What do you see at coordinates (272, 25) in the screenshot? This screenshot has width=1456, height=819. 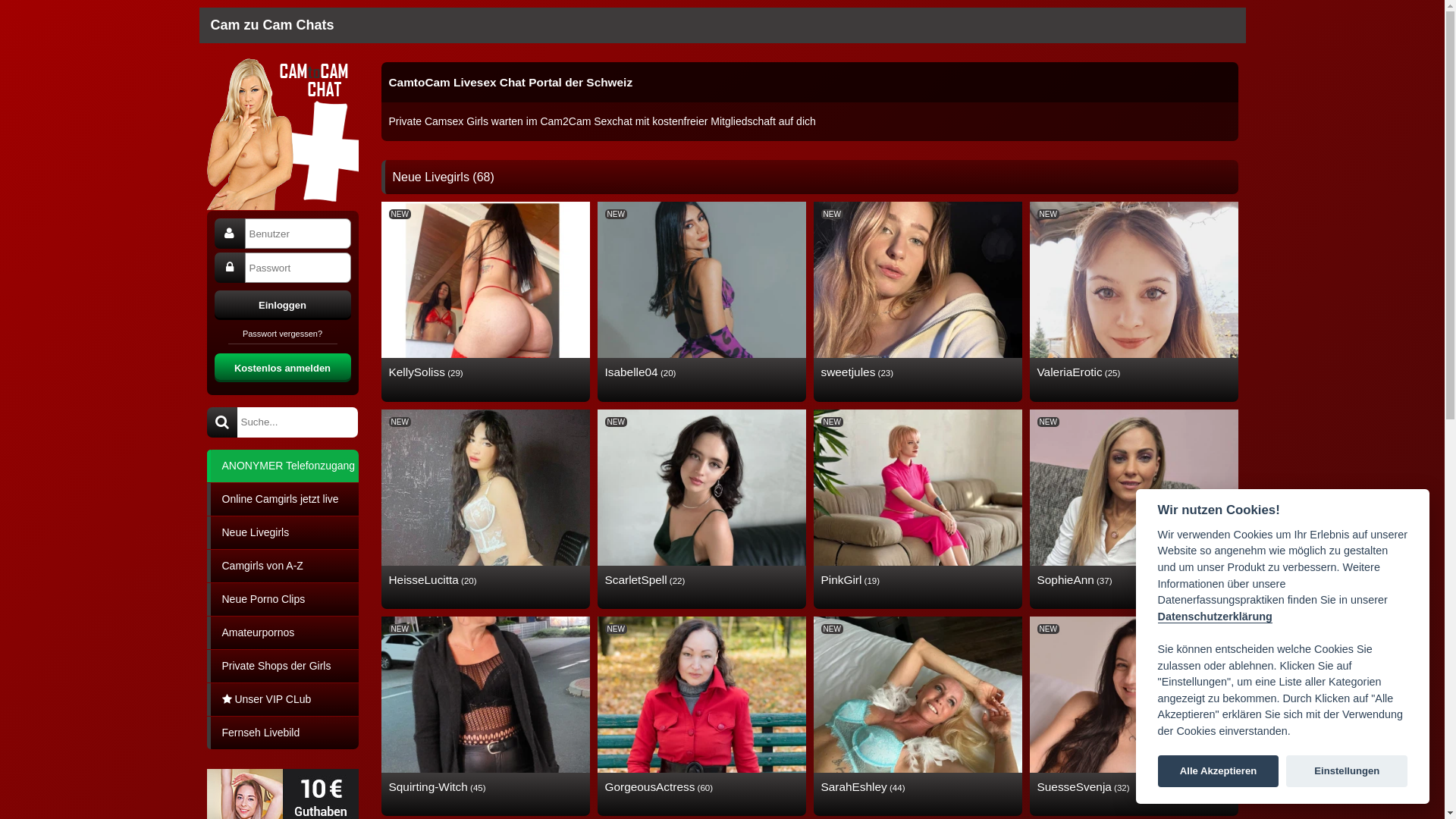 I see `'Cam zu Cam Chats'` at bounding box center [272, 25].